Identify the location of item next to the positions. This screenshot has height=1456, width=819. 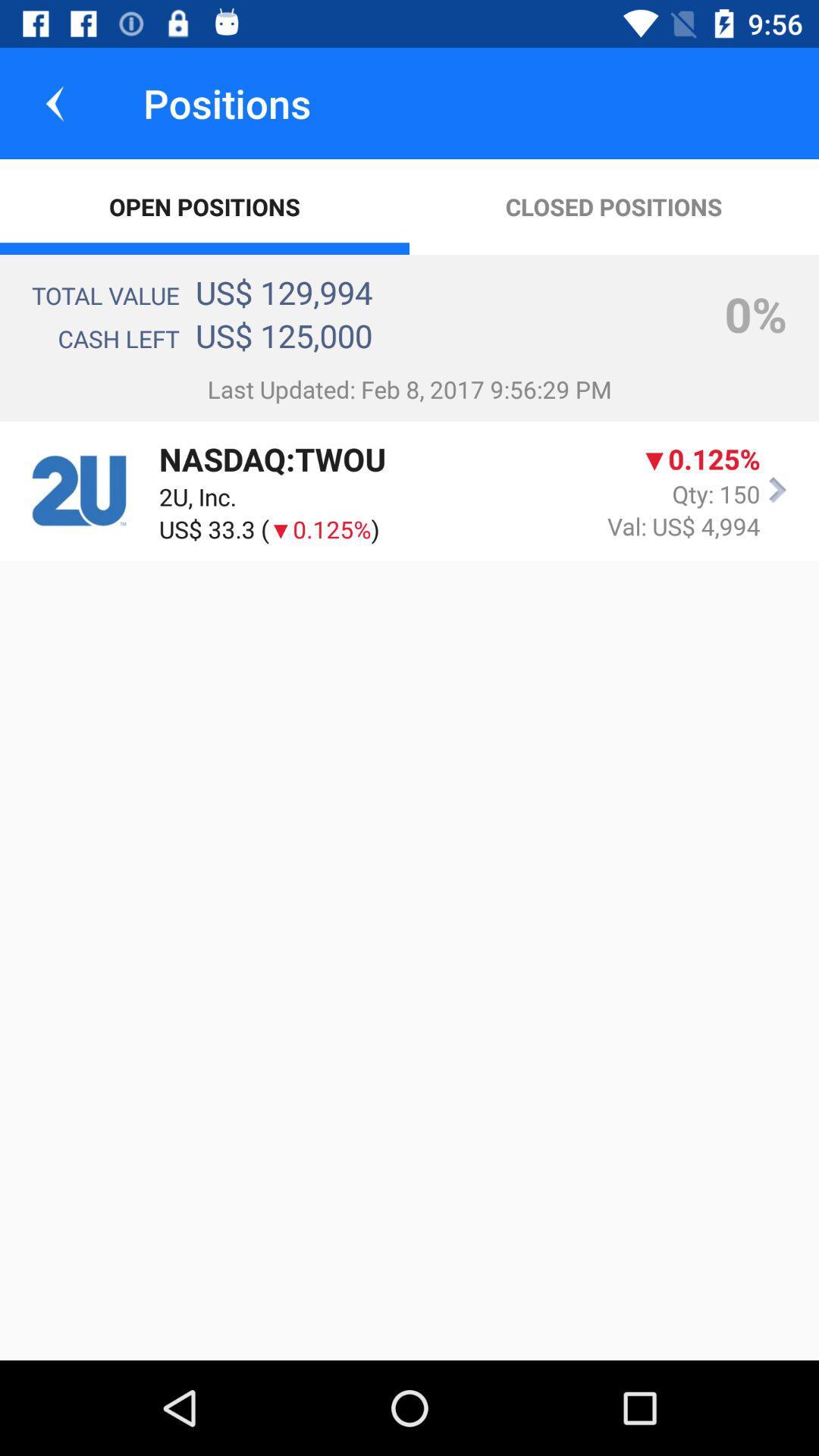
(55, 102).